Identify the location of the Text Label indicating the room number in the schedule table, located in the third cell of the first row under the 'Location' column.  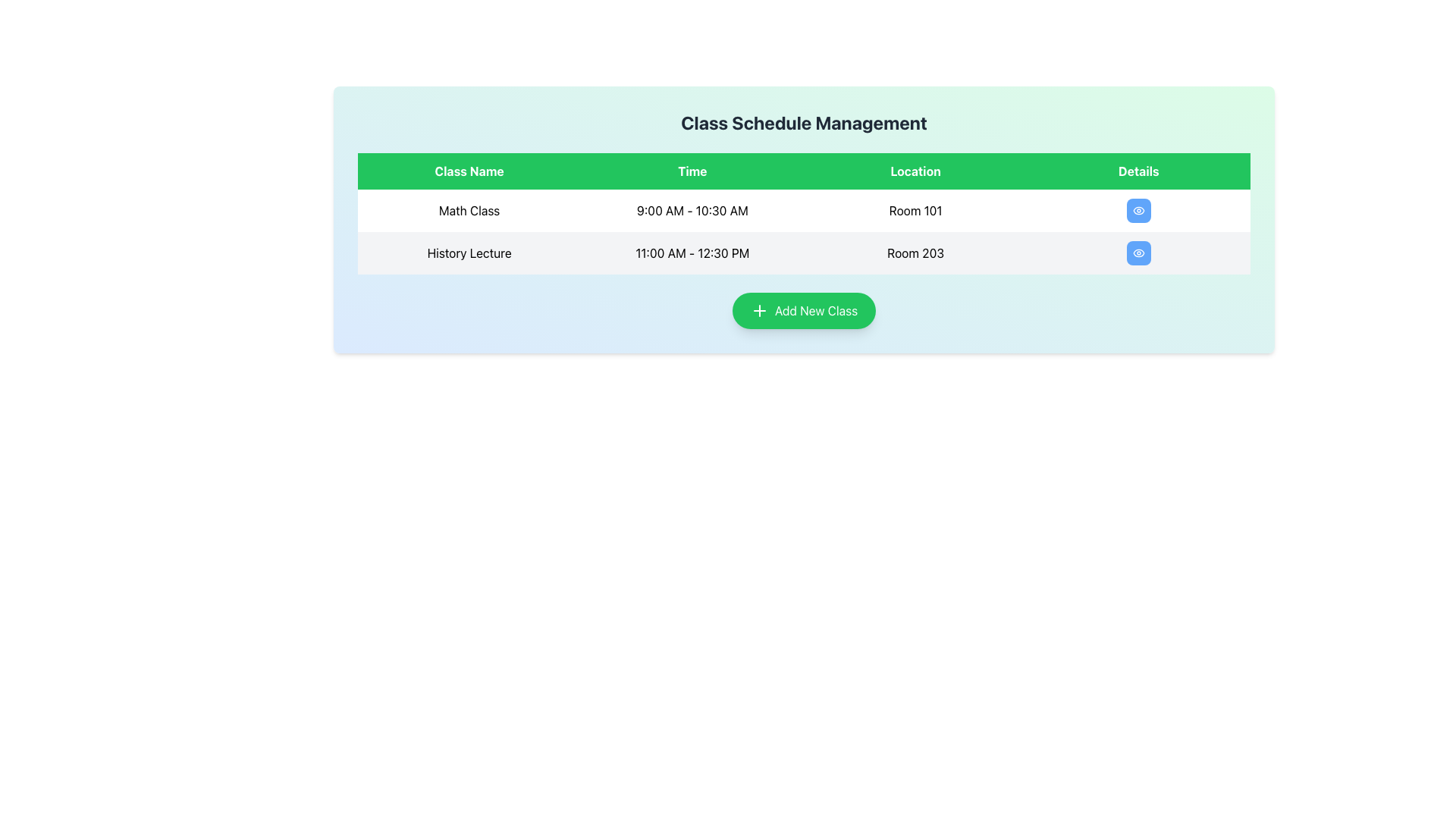
(915, 210).